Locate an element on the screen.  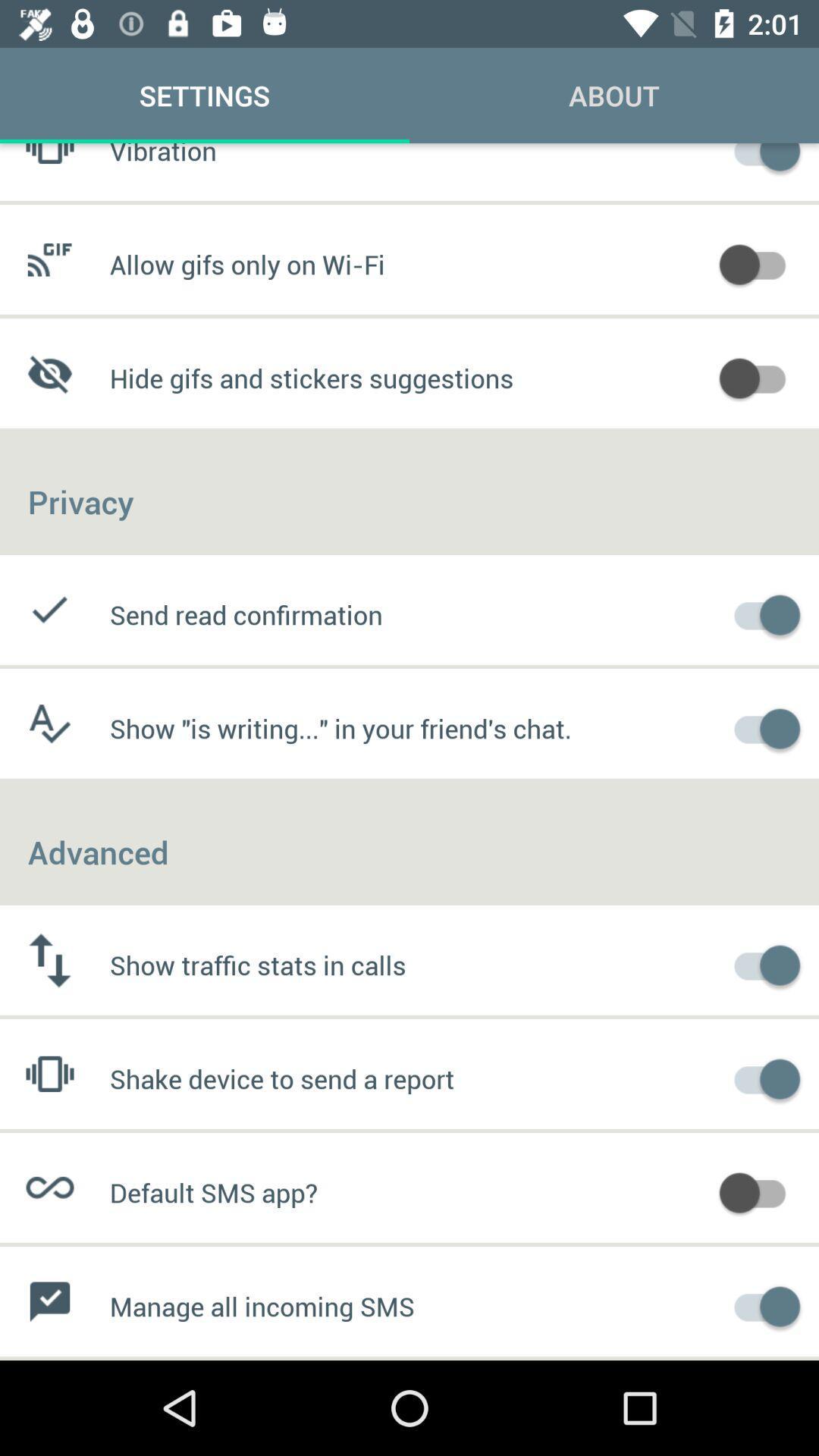
manage sms is located at coordinates (760, 1304).